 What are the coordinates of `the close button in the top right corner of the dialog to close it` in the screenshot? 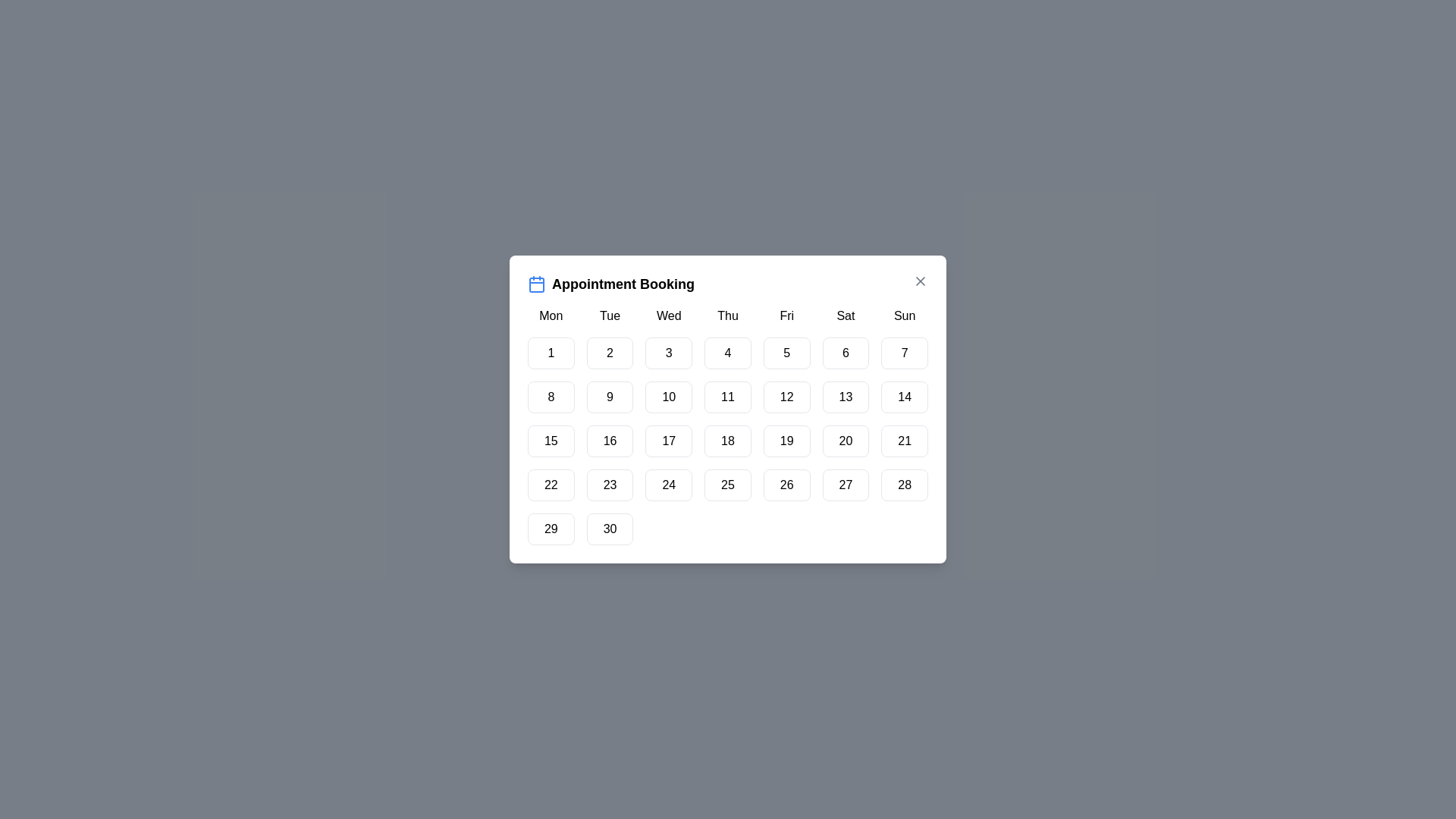 It's located at (920, 281).